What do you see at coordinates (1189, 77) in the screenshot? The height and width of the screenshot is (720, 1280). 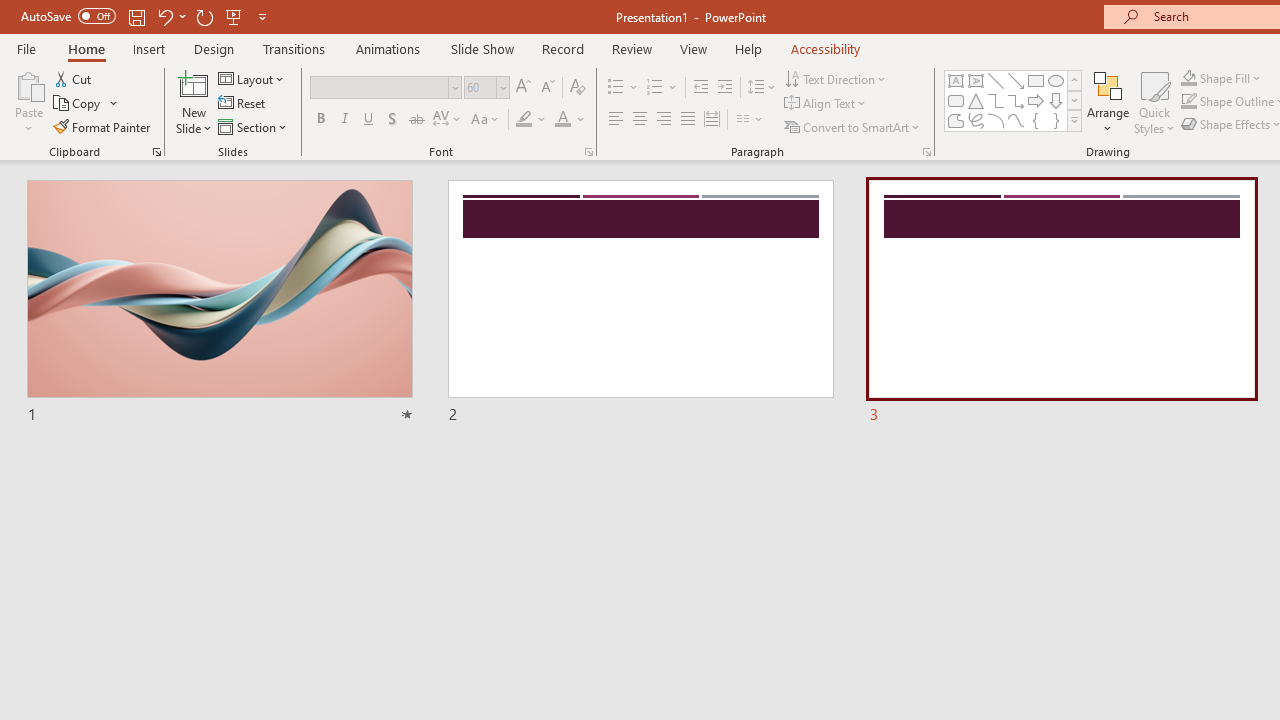 I see `'Shape Fill Orange, Accent 2'` at bounding box center [1189, 77].